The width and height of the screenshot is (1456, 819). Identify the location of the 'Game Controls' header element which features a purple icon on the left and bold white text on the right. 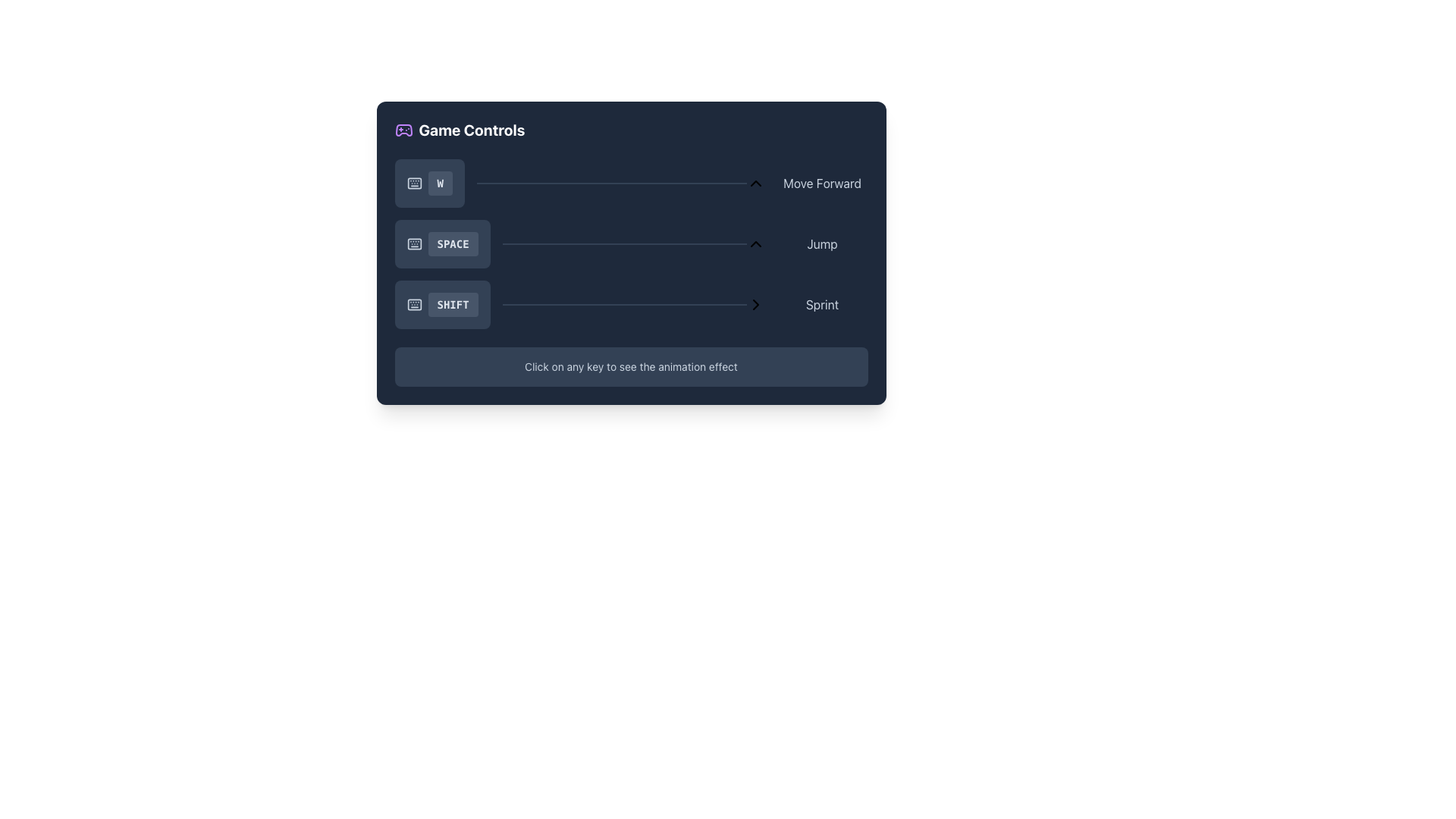
(631, 130).